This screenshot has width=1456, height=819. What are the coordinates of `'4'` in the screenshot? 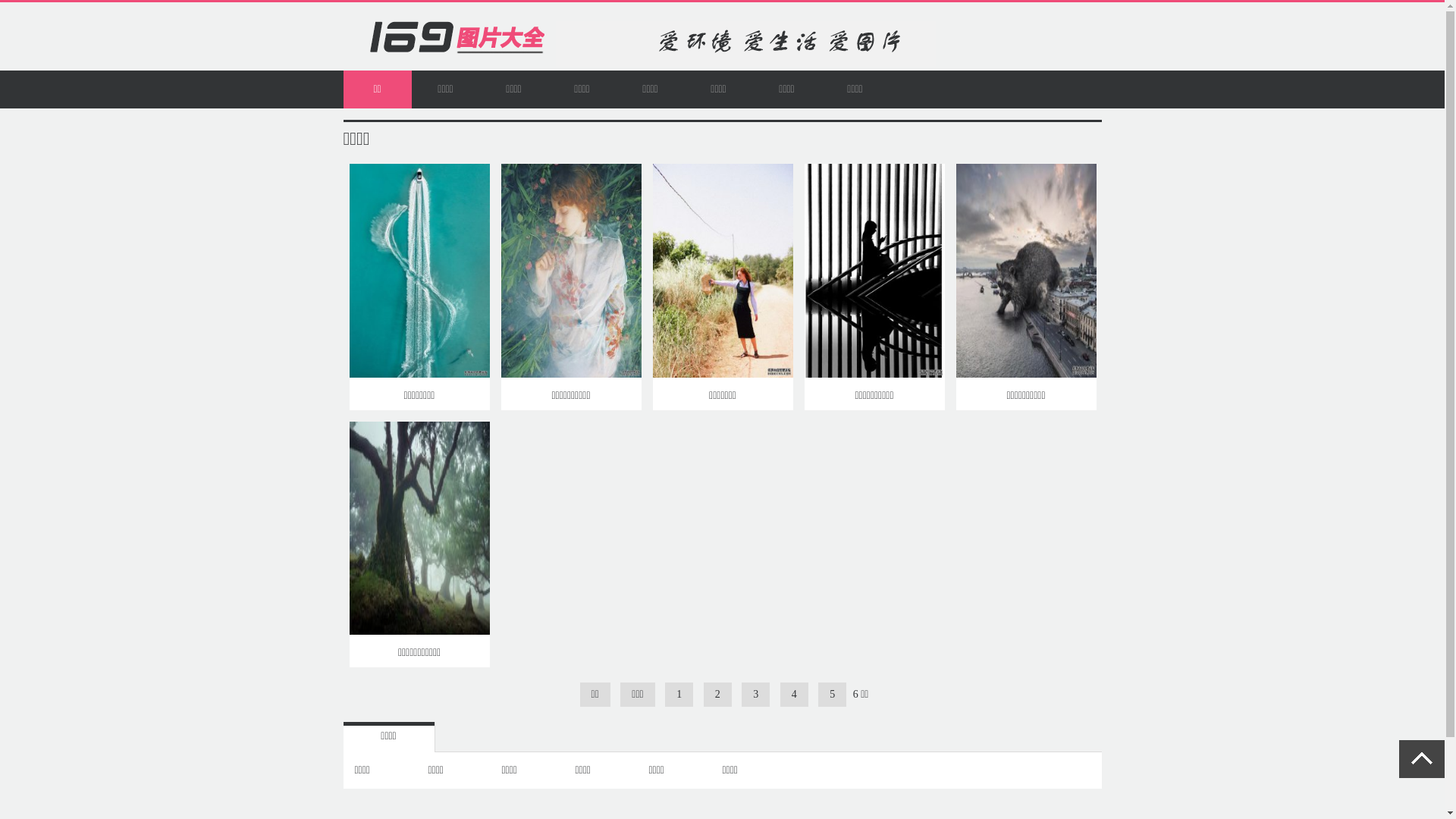 It's located at (793, 694).